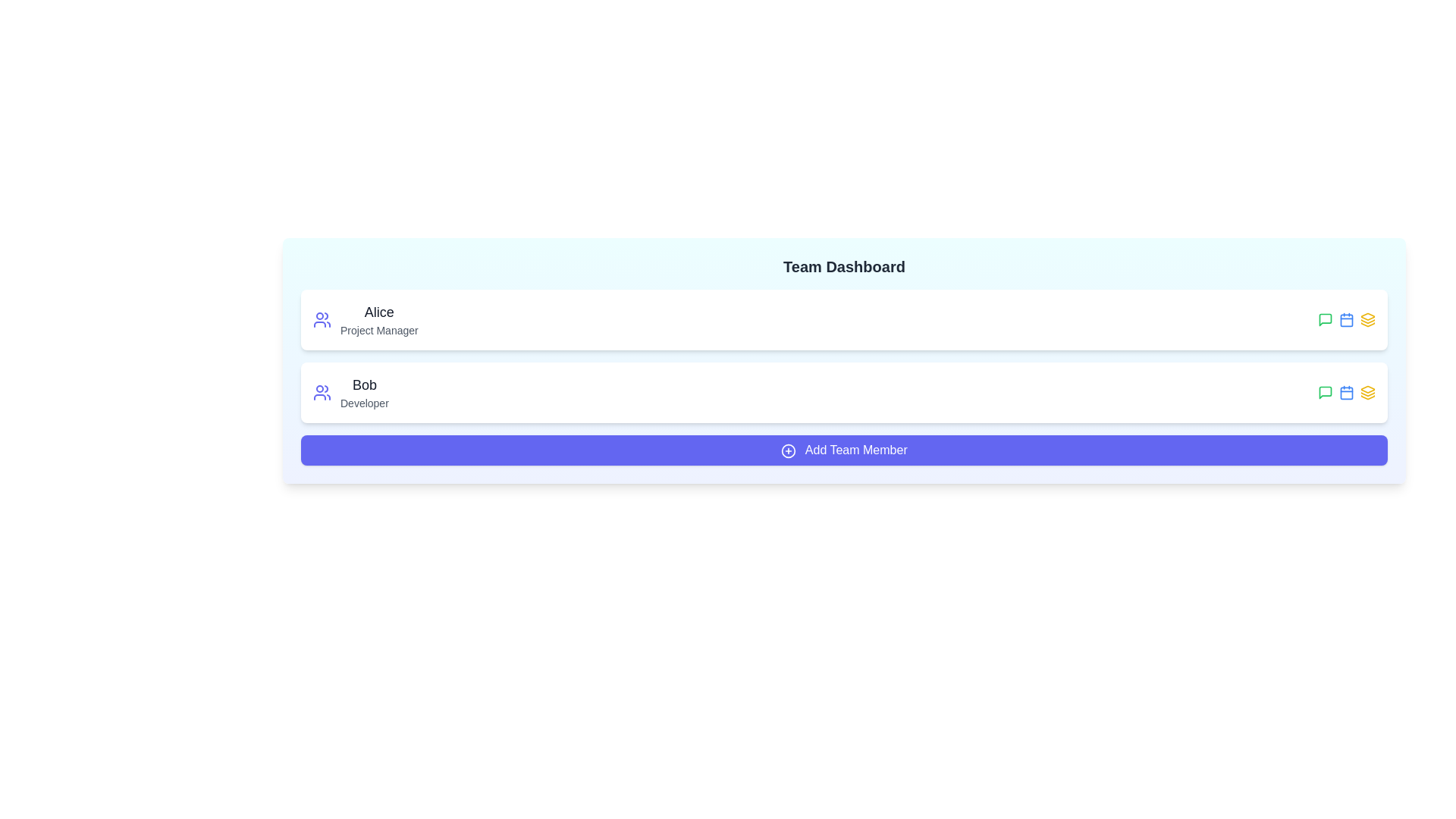  I want to click on content displayed on the Text Label that shows the name 'Bob' in the second user card, which is positioned above the smaller text 'Developer', so click(364, 384).